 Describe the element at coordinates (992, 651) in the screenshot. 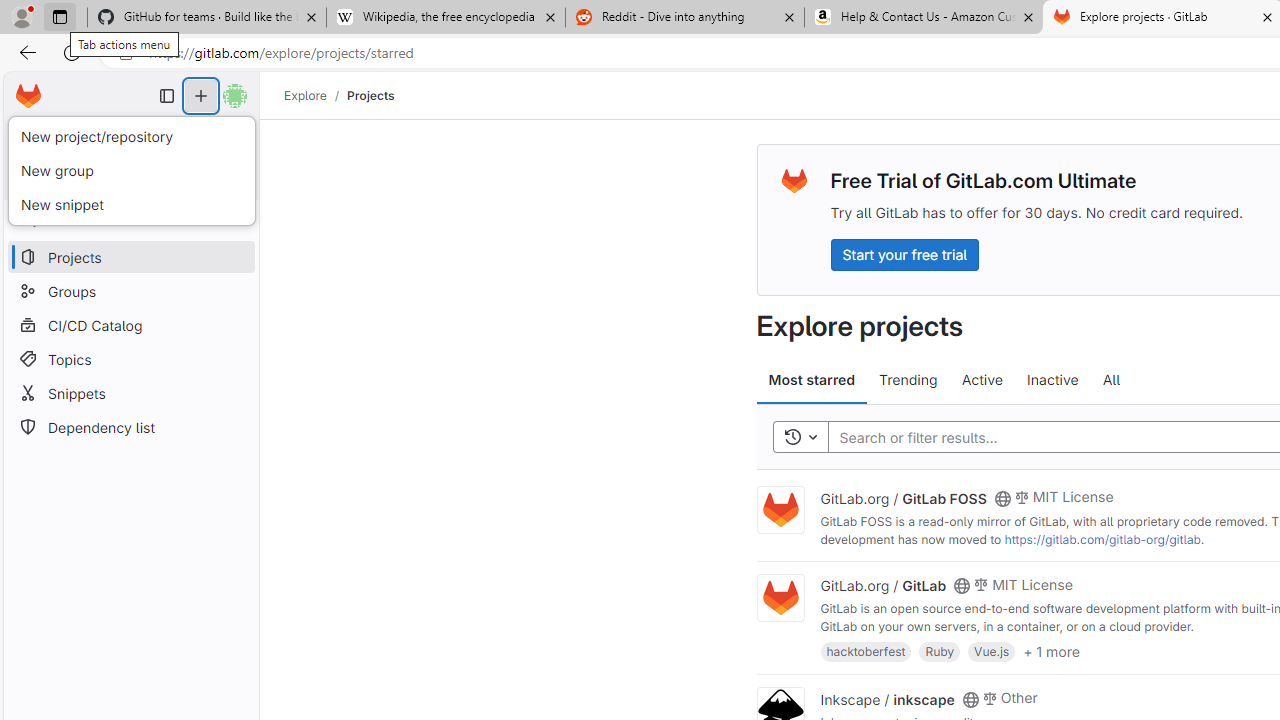

I see `'Vue.js'` at that location.